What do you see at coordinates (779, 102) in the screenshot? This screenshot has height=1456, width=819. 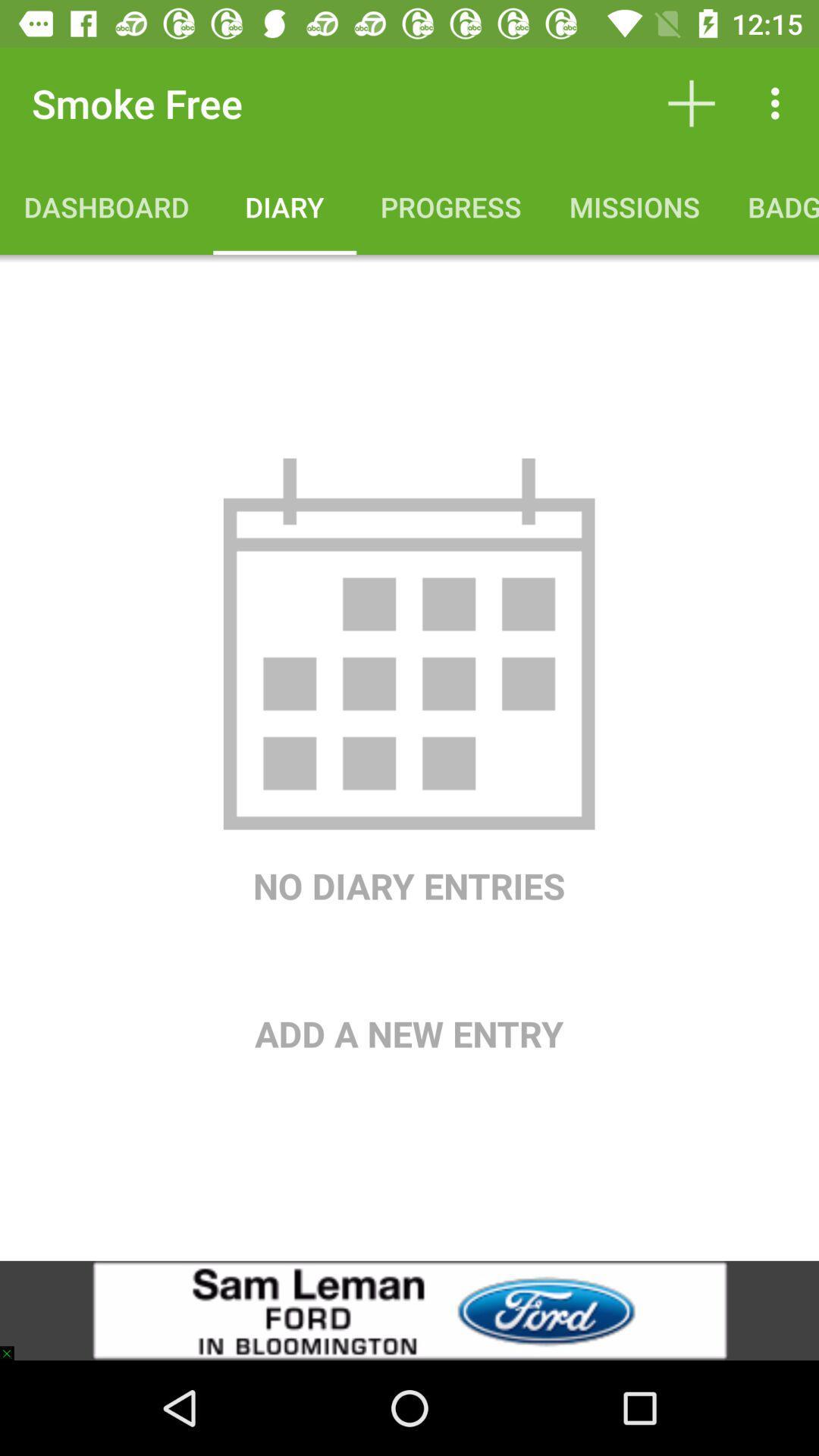 I see `item above the badges icon` at bounding box center [779, 102].